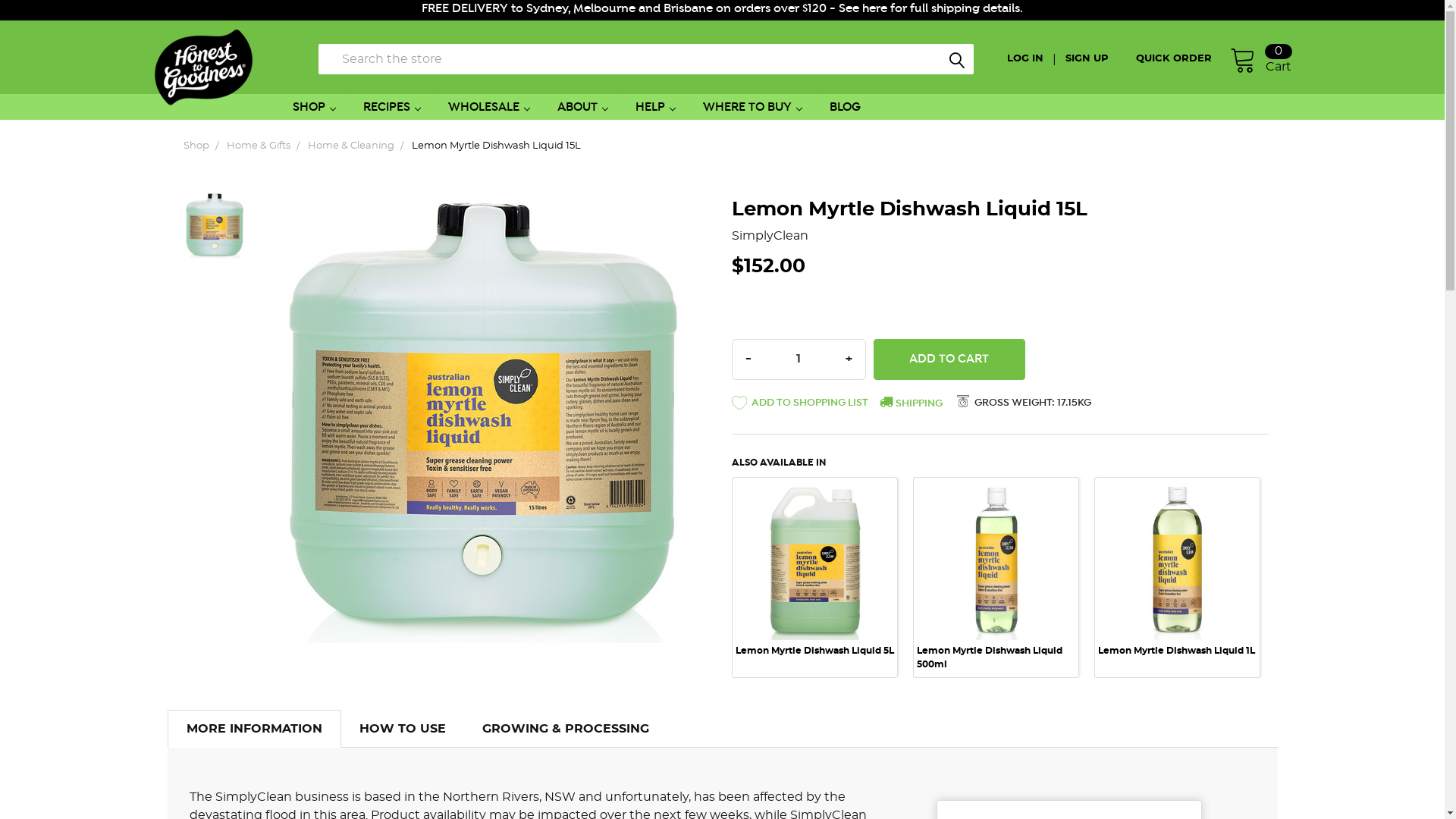 The height and width of the screenshot is (819, 1456). What do you see at coordinates (799, 405) in the screenshot?
I see `'  ADD TO SHOPPING LIST'` at bounding box center [799, 405].